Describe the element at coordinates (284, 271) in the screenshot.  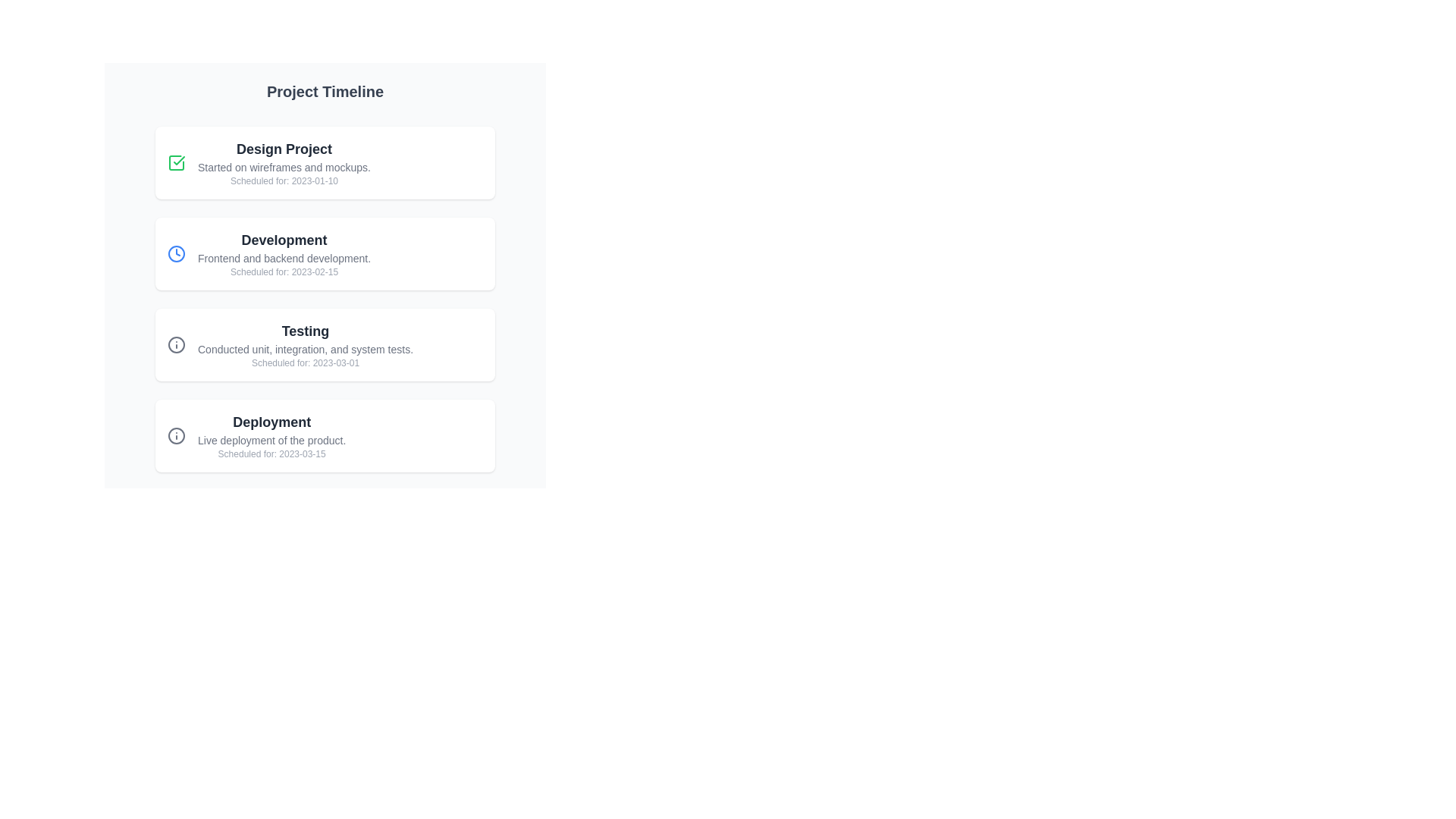
I see `the text label that provides schedule information for the 'Development' phase, located below the description 'Frontend and backend development.'` at that location.